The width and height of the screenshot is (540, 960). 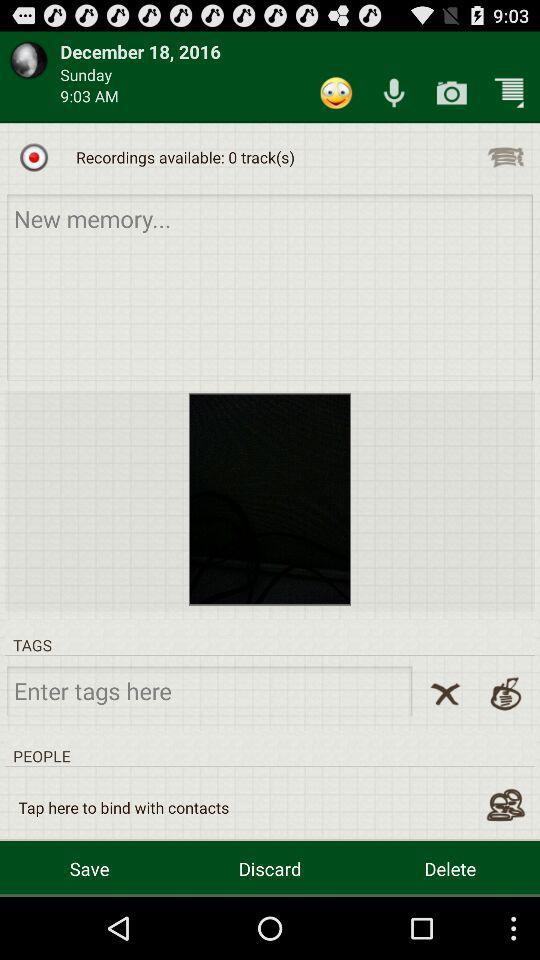 What do you see at coordinates (336, 93) in the screenshot?
I see `icon to the right of the sunday item` at bounding box center [336, 93].